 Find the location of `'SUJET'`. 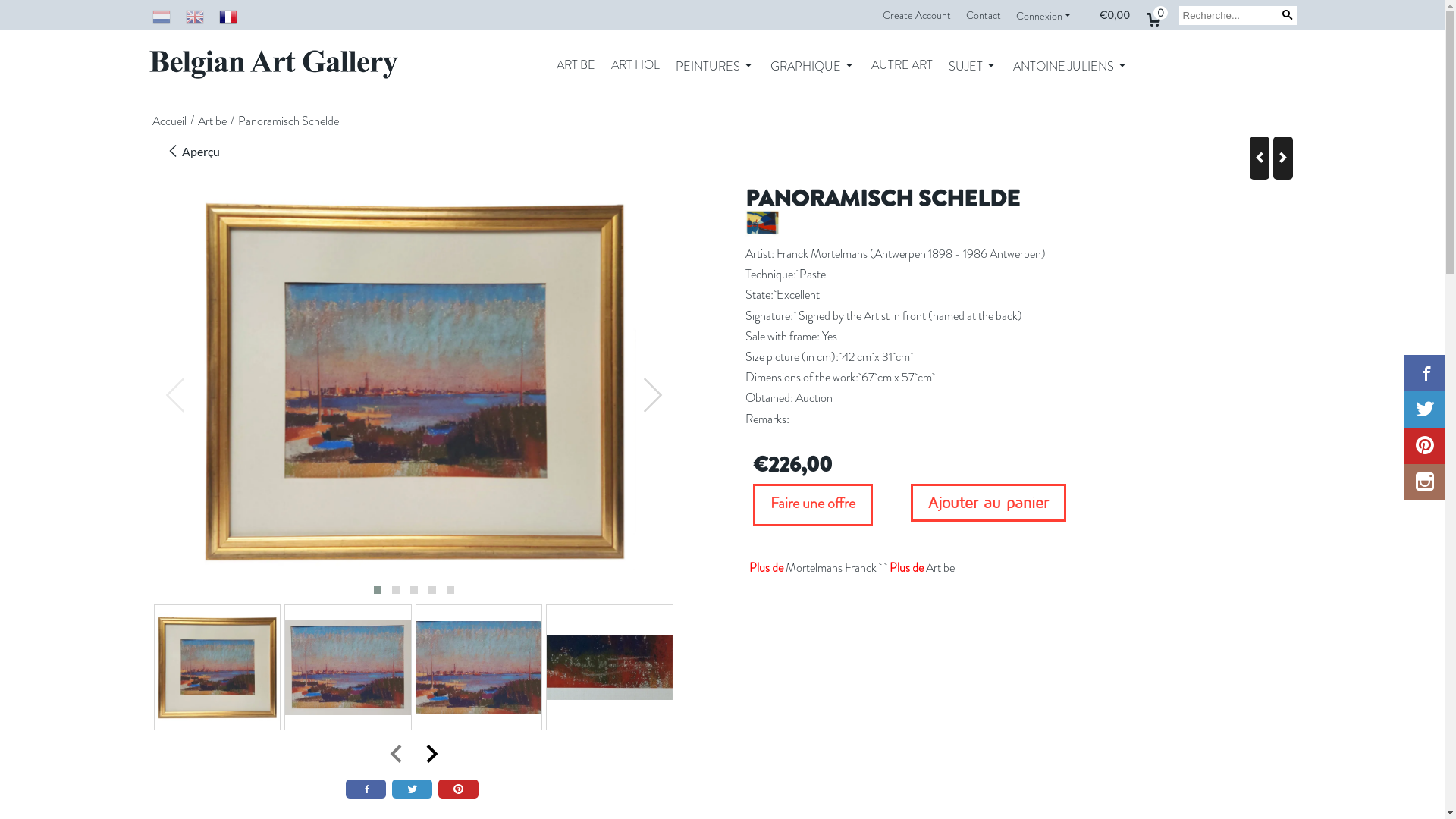

'SUJET' is located at coordinates (972, 65).